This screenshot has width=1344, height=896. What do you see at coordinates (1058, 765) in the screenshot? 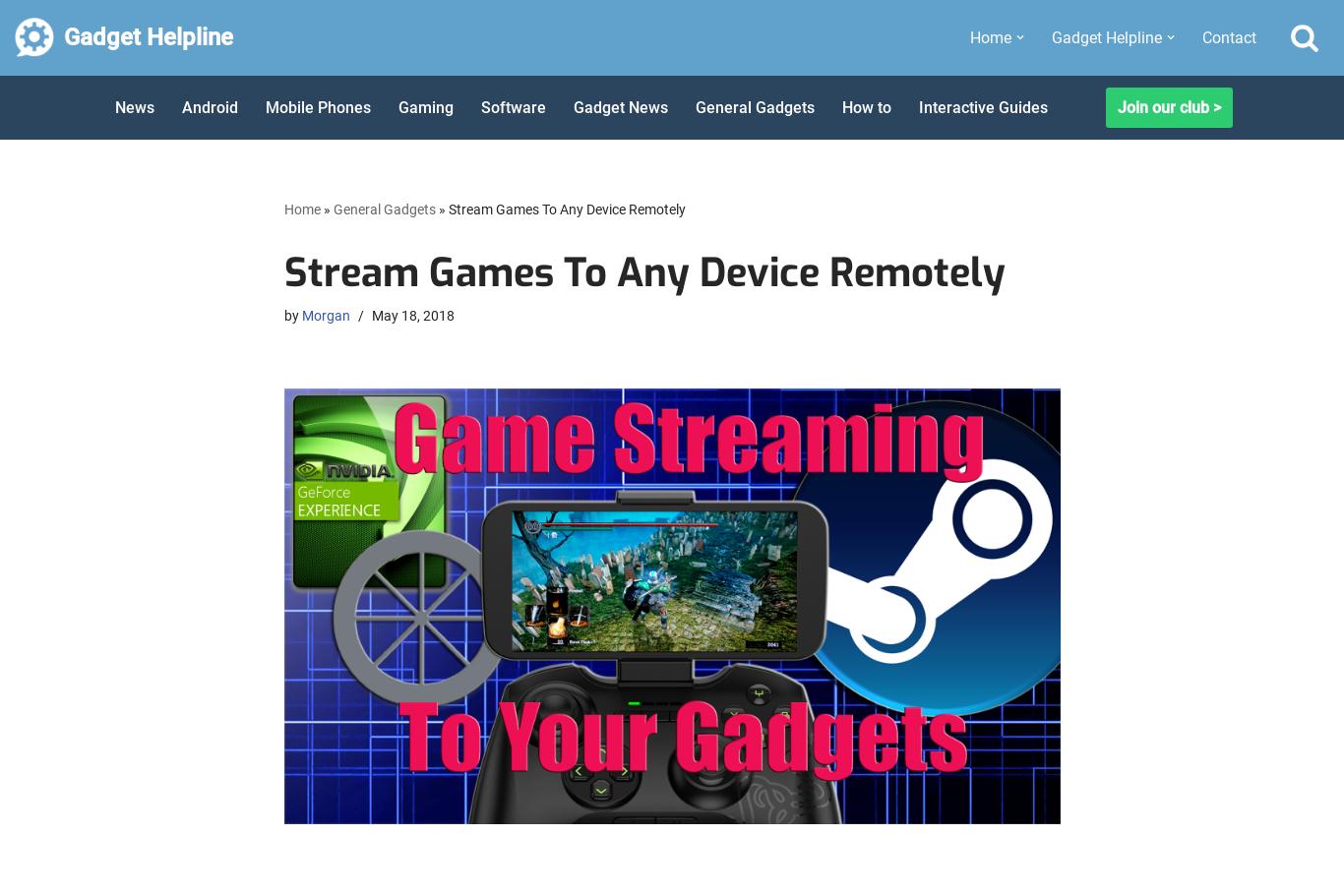
I see `'IoT'` at bounding box center [1058, 765].